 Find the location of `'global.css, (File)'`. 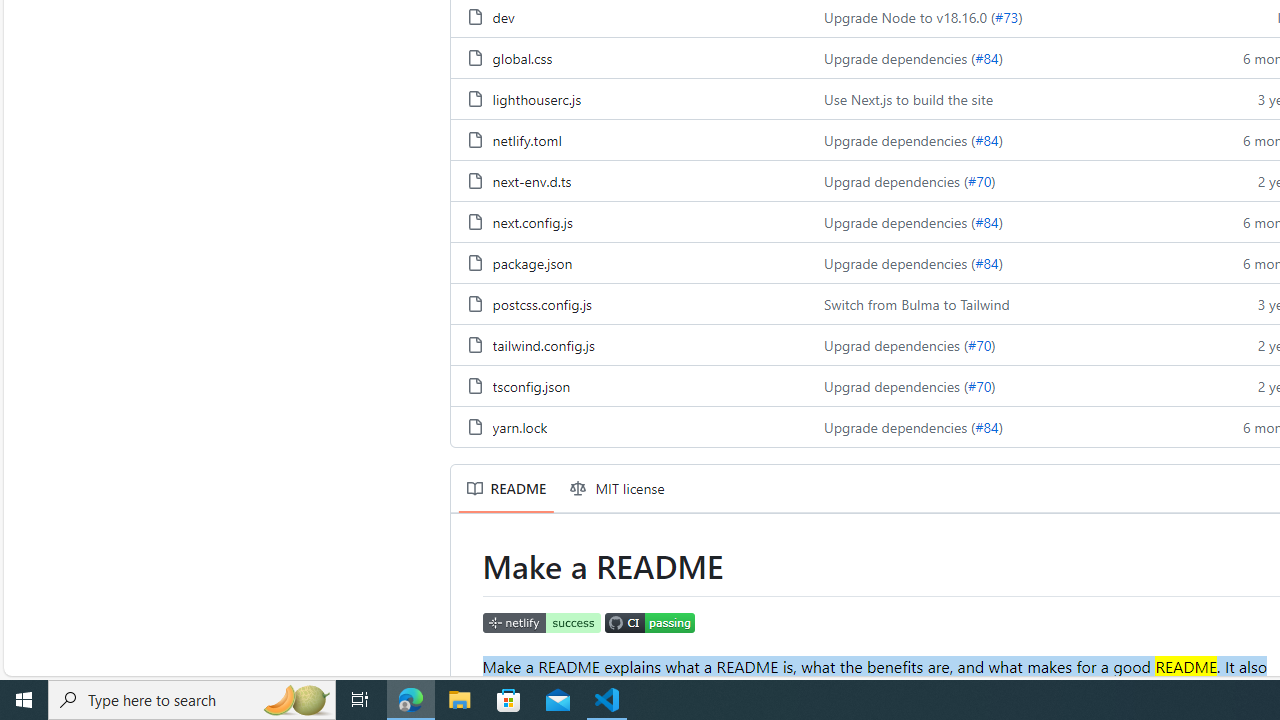

'global.css, (File)' is located at coordinates (522, 56).